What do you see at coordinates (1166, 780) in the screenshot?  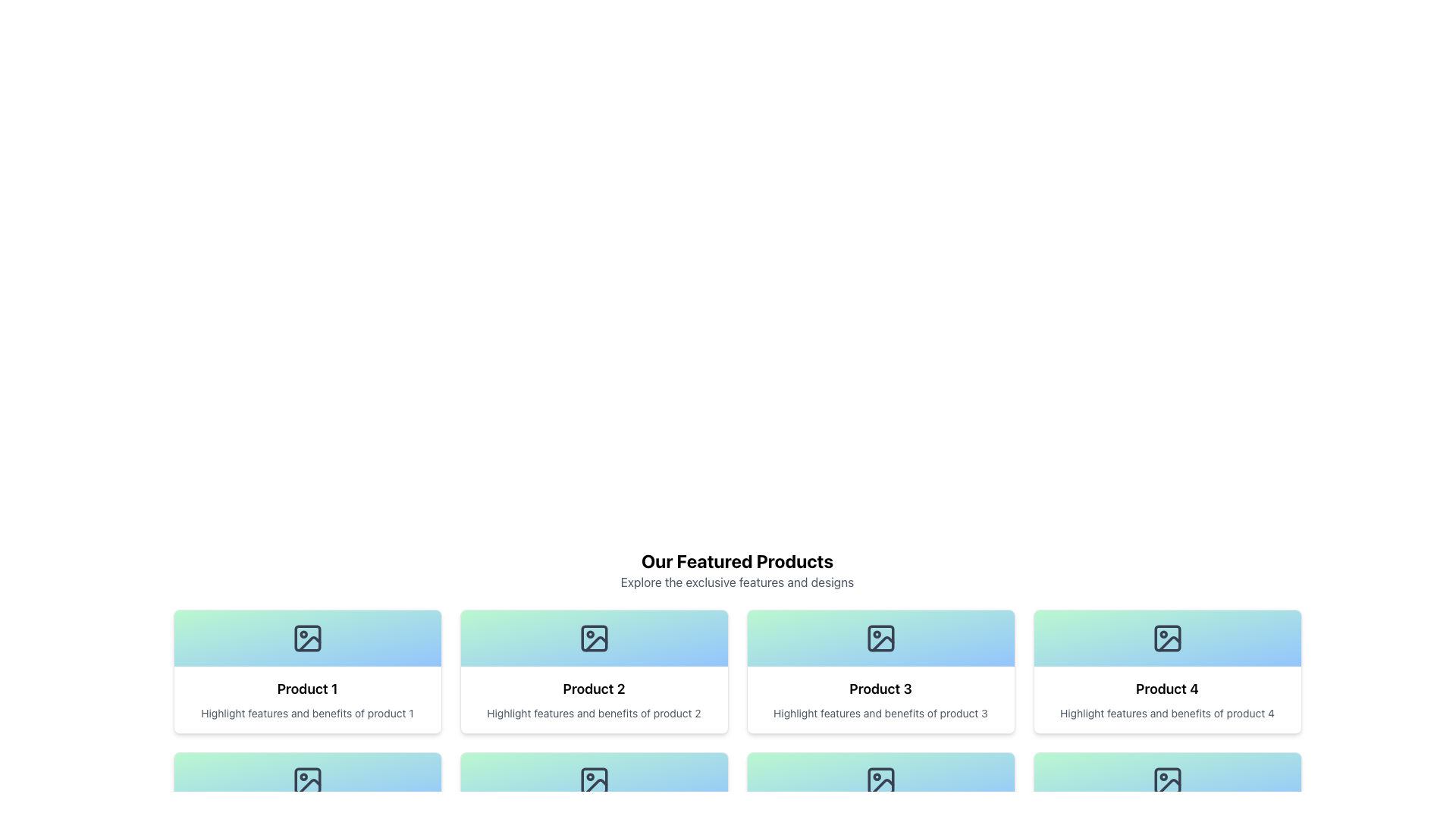 I see `the Icon element resembling an image representation, which is styled in gray within a square outline, located on the lower right product card above the product title` at bounding box center [1166, 780].